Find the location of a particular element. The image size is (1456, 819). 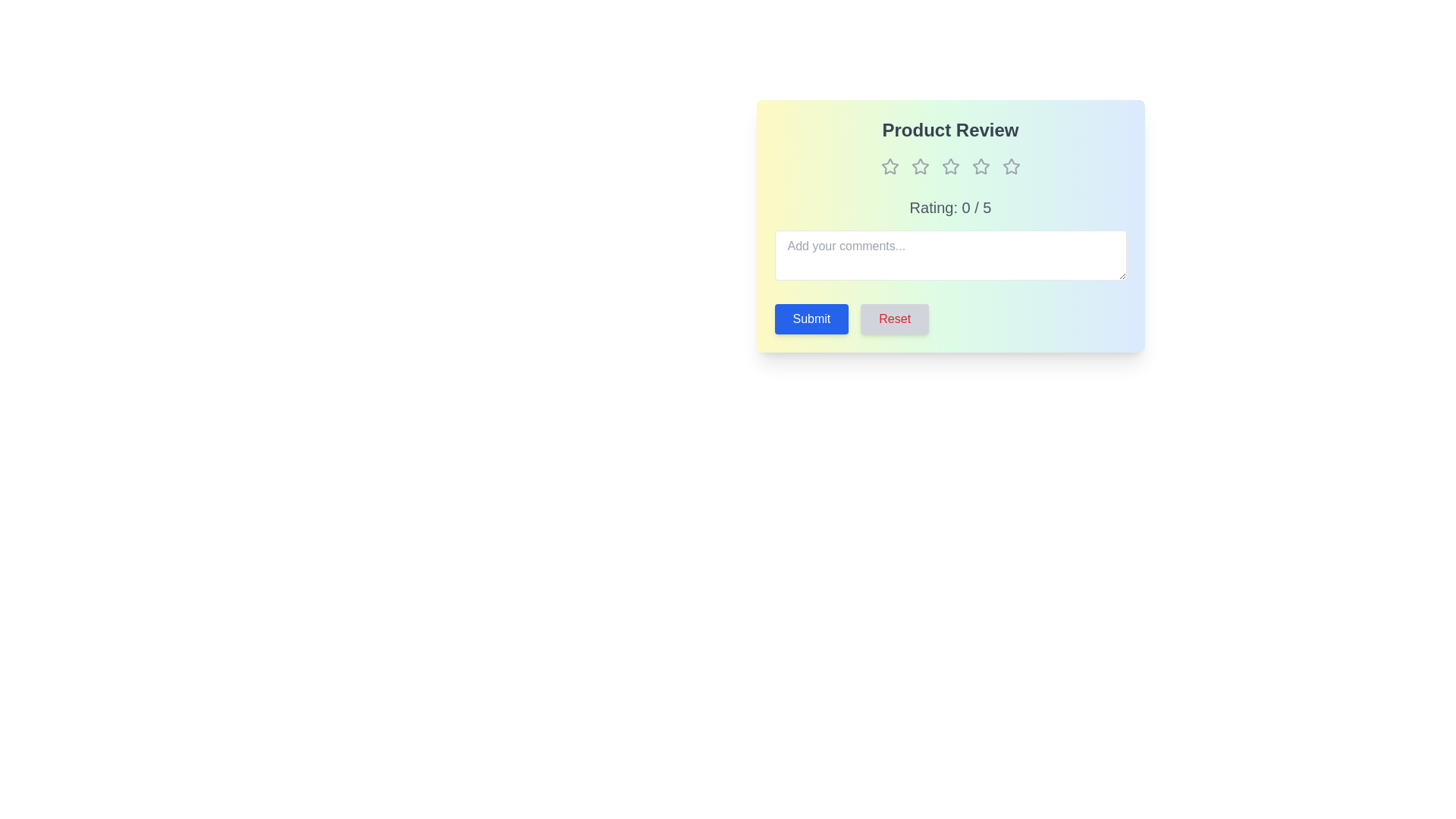

the Reset button to clear the form is located at coordinates (895, 318).